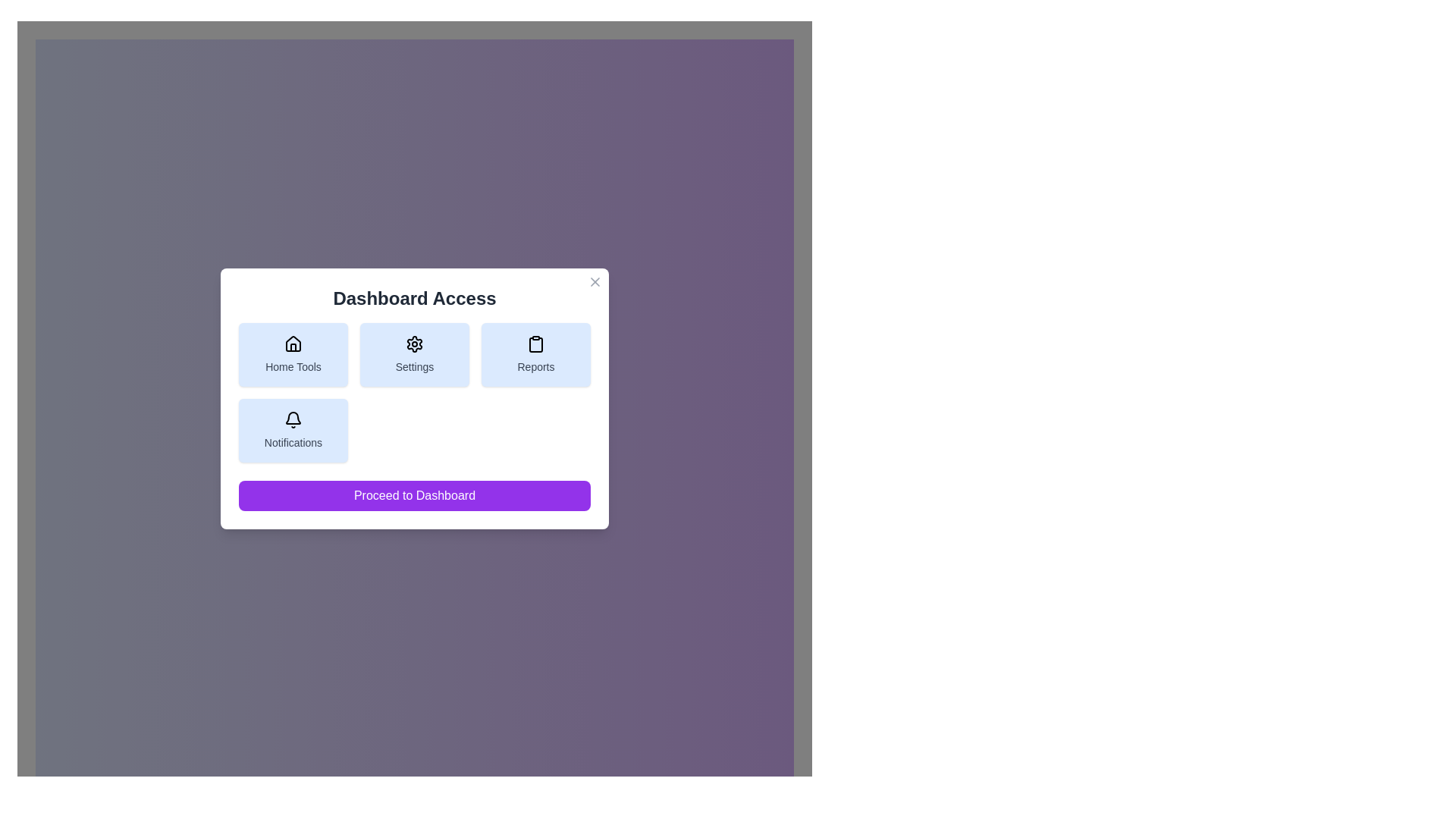 This screenshot has width=1456, height=819. Describe the element at coordinates (415, 298) in the screenshot. I see `text of the Label or Header located centrally at the top of the modal, below the close button` at that location.